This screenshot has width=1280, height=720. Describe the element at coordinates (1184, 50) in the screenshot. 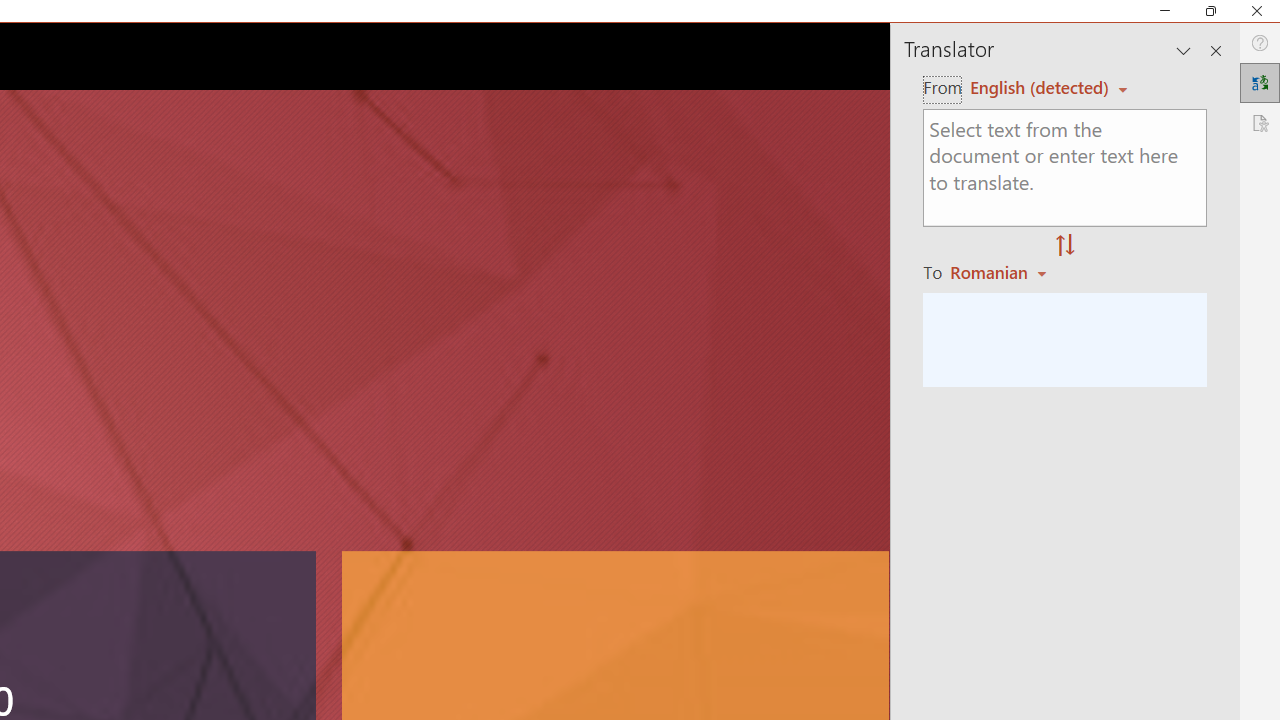

I see `'Task Pane Options'` at that location.